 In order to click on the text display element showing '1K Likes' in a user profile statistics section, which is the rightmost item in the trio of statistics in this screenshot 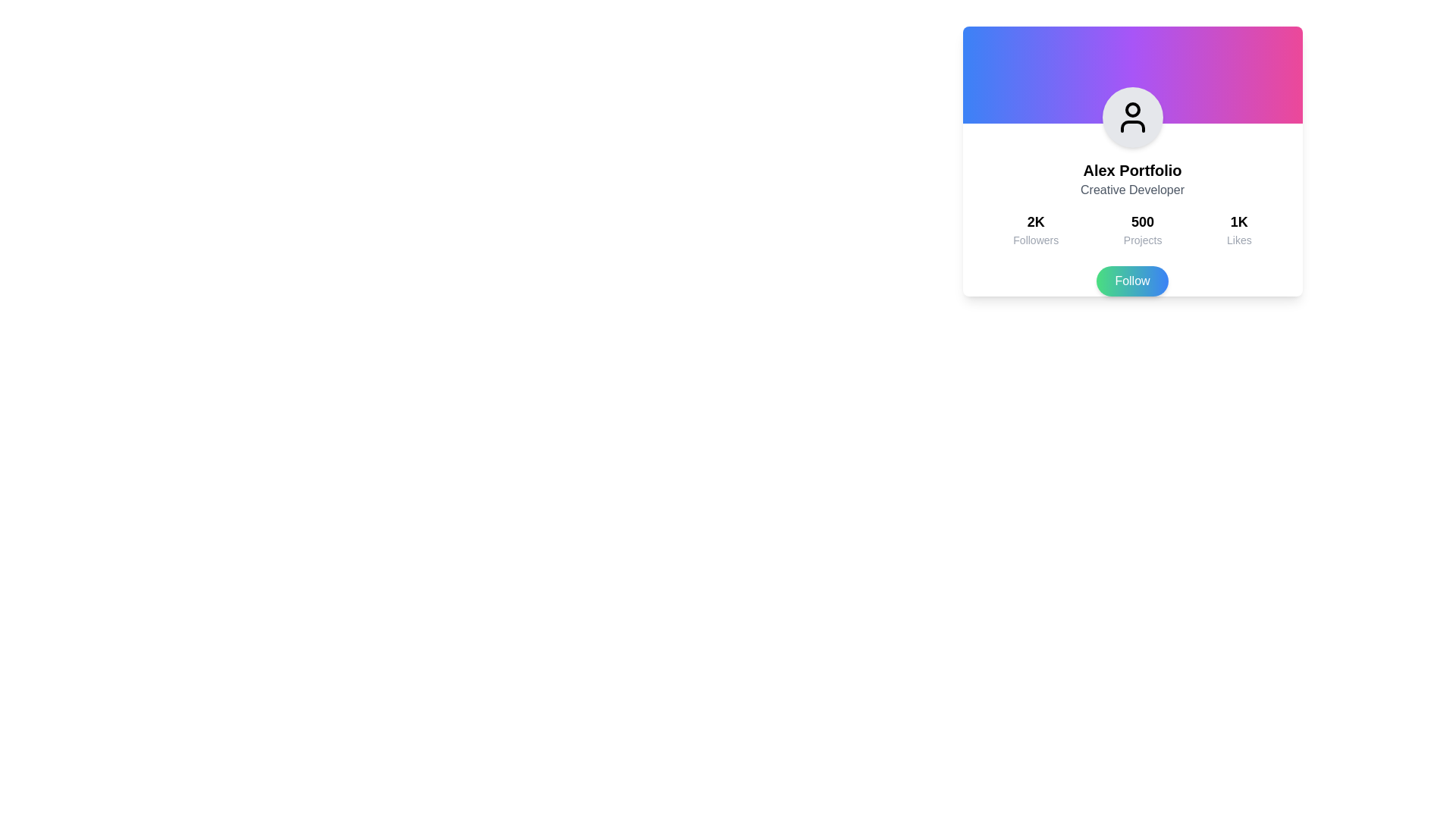, I will do `click(1239, 230)`.